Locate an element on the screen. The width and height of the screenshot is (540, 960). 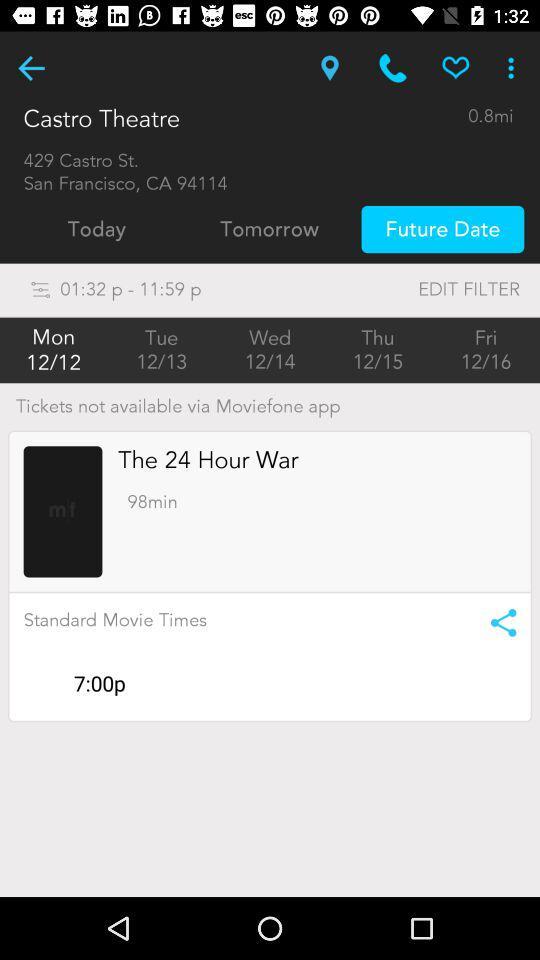
the item below tickets not available item is located at coordinates (207, 460).